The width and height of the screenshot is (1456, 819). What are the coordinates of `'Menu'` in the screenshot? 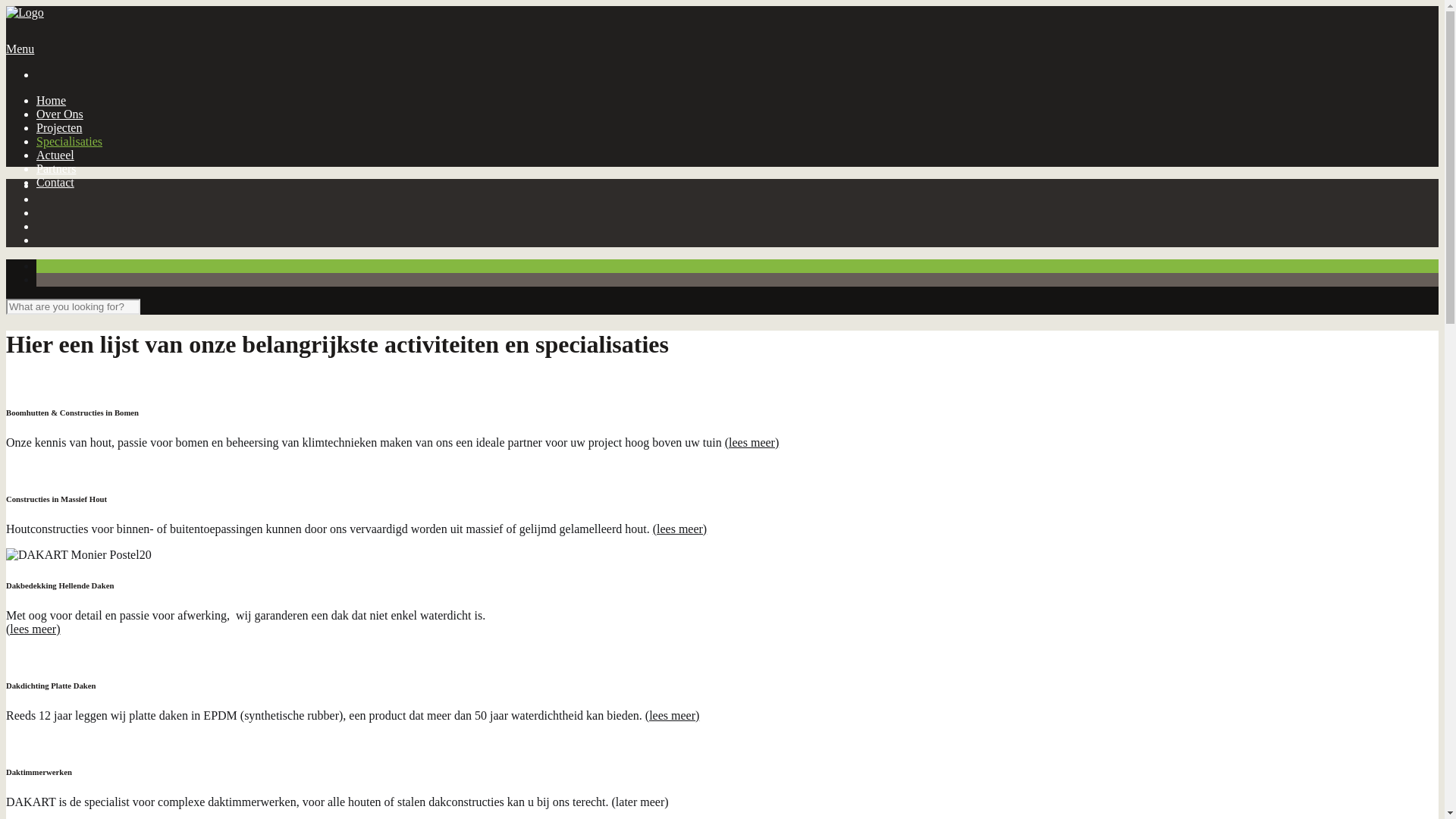 It's located at (20, 48).